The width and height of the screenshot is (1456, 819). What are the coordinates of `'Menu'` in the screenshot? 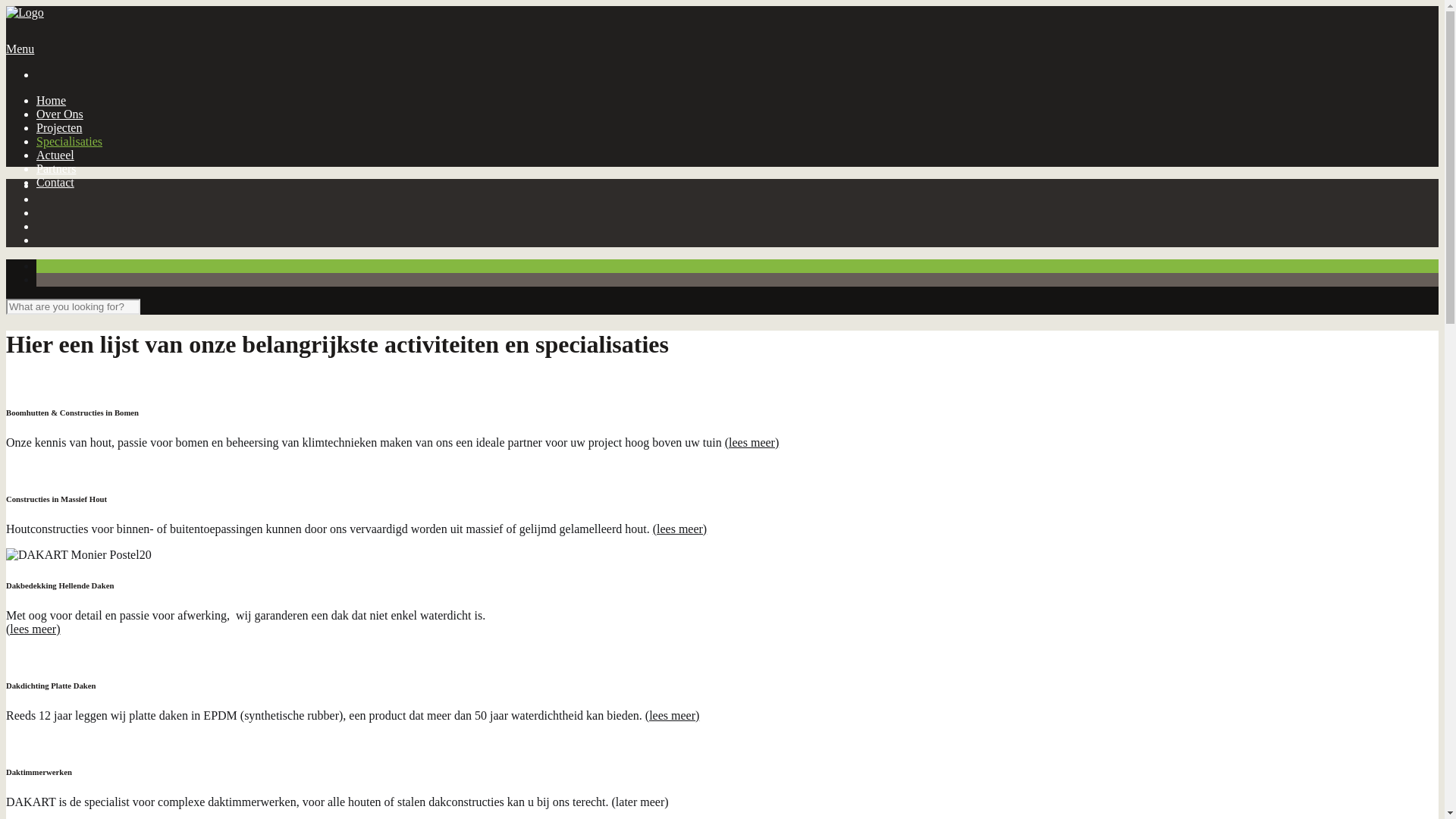 It's located at (20, 48).